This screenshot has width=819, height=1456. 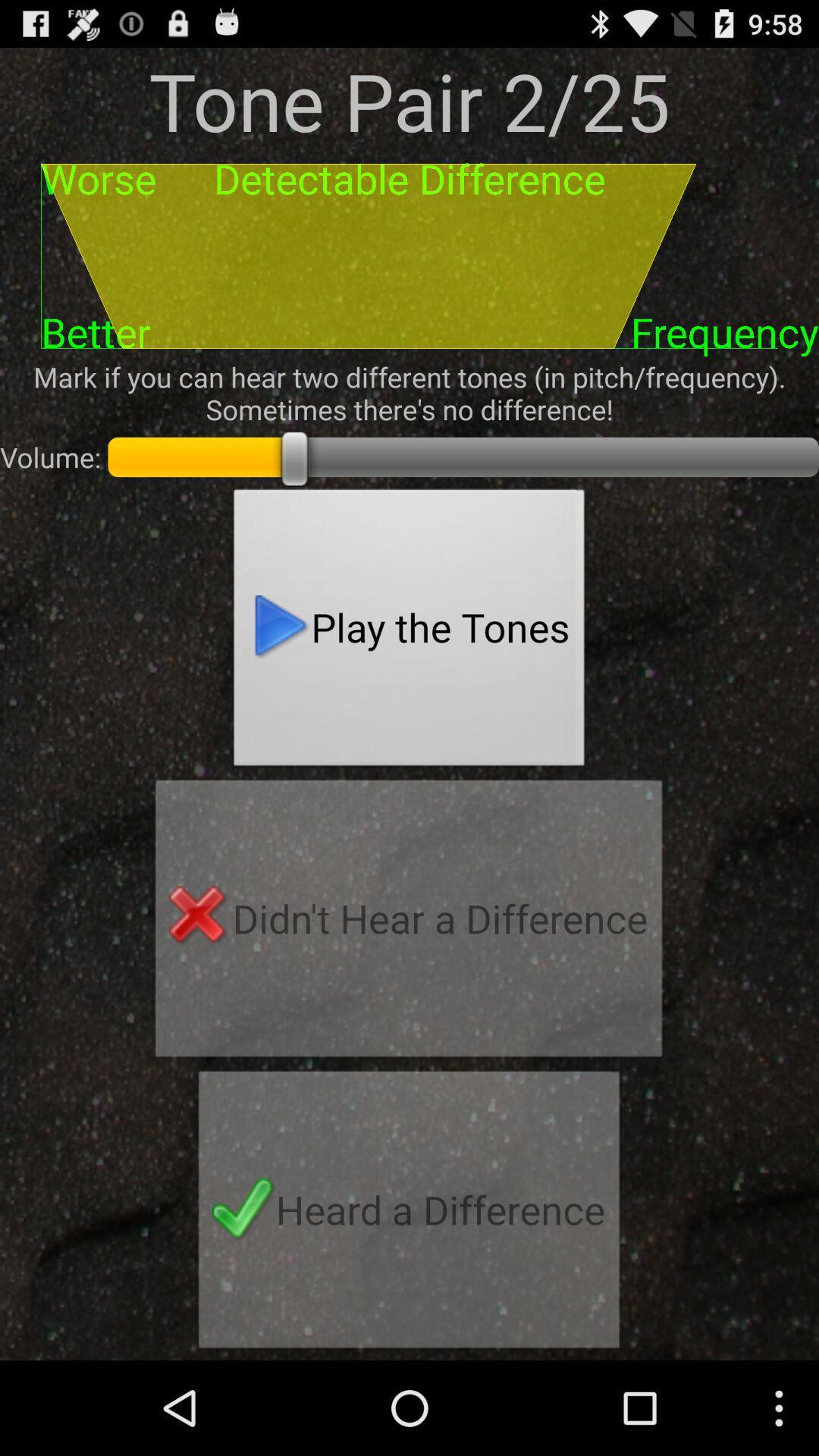 I want to click on the didn t hear, so click(x=408, y=922).